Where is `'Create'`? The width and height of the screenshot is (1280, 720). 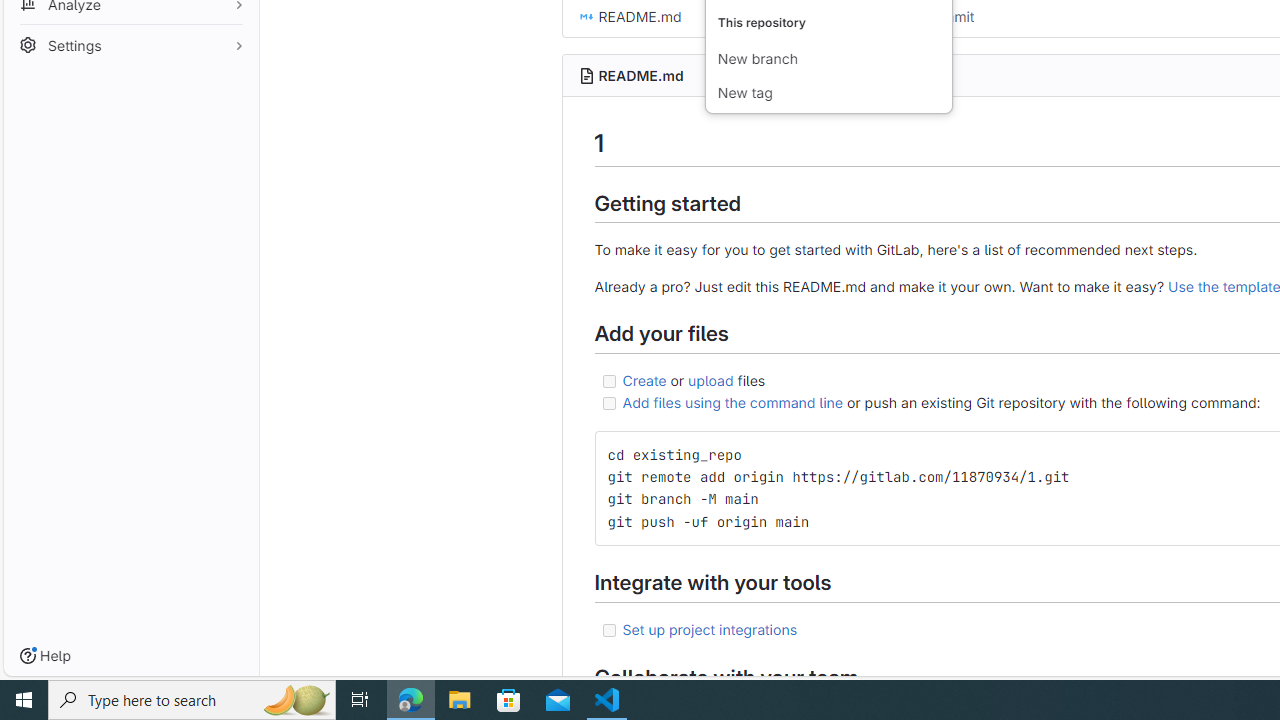 'Create' is located at coordinates (644, 379).